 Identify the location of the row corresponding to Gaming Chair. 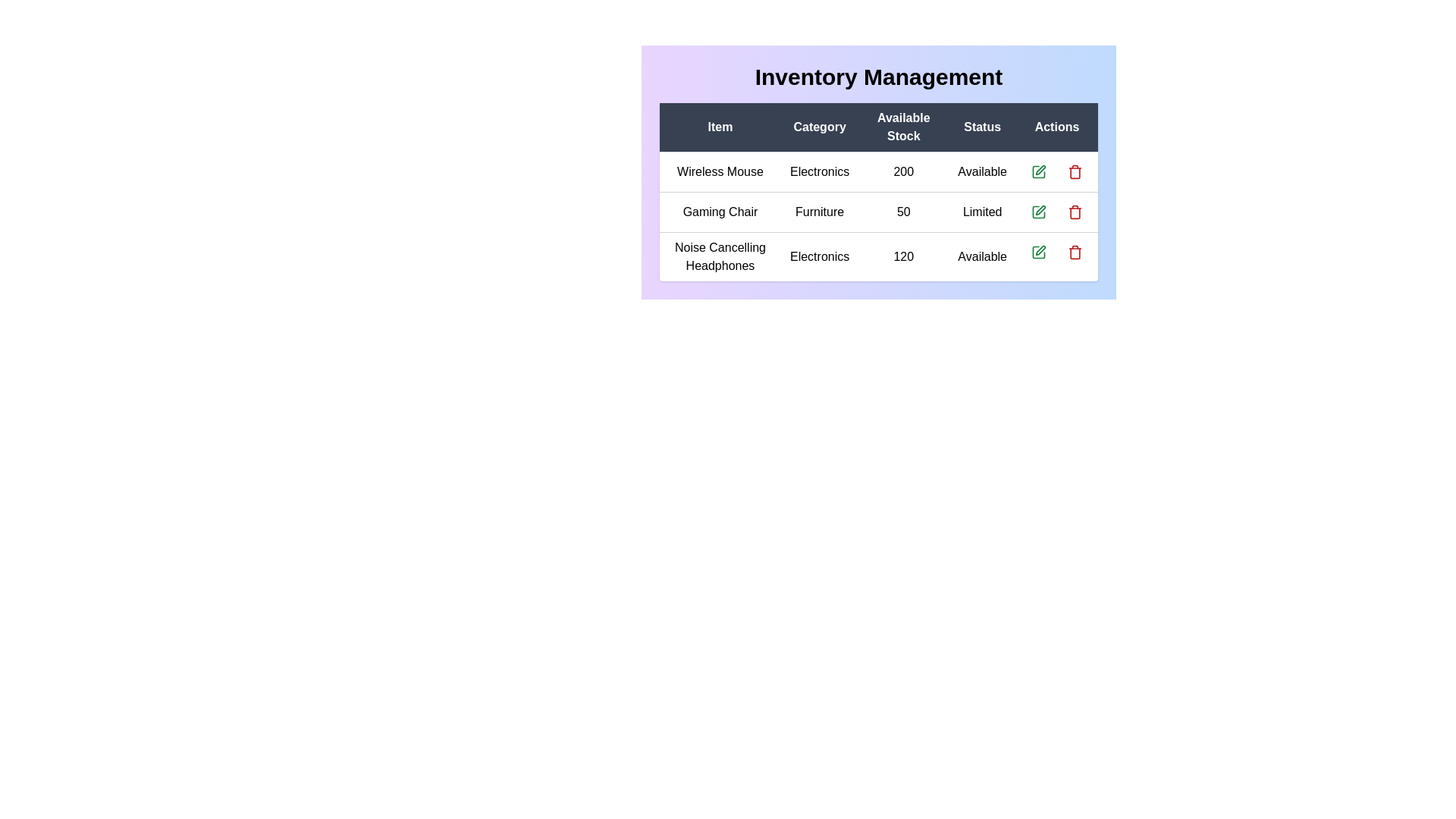
(878, 212).